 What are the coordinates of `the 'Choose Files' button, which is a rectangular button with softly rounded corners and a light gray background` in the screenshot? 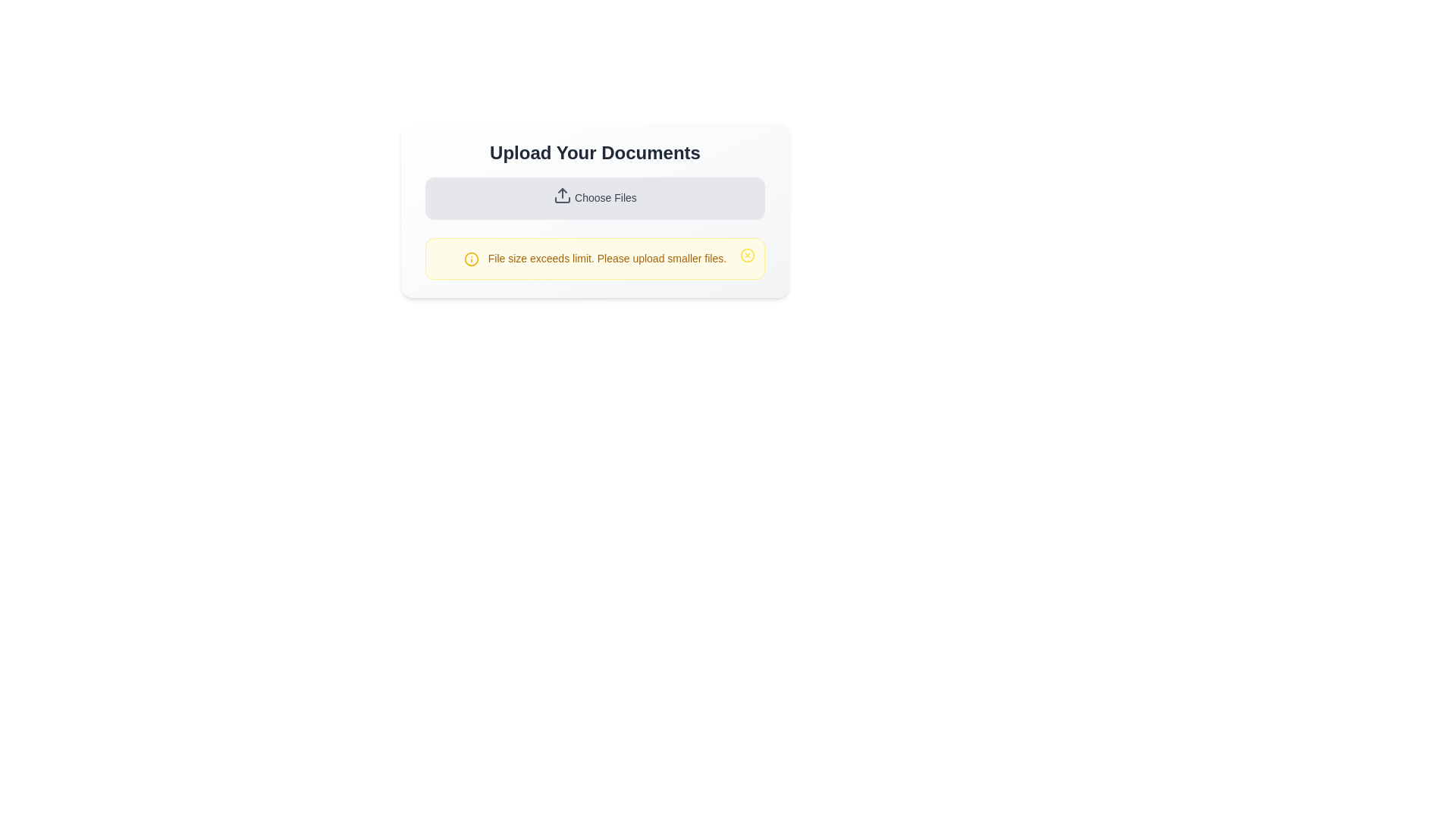 It's located at (595, 198).